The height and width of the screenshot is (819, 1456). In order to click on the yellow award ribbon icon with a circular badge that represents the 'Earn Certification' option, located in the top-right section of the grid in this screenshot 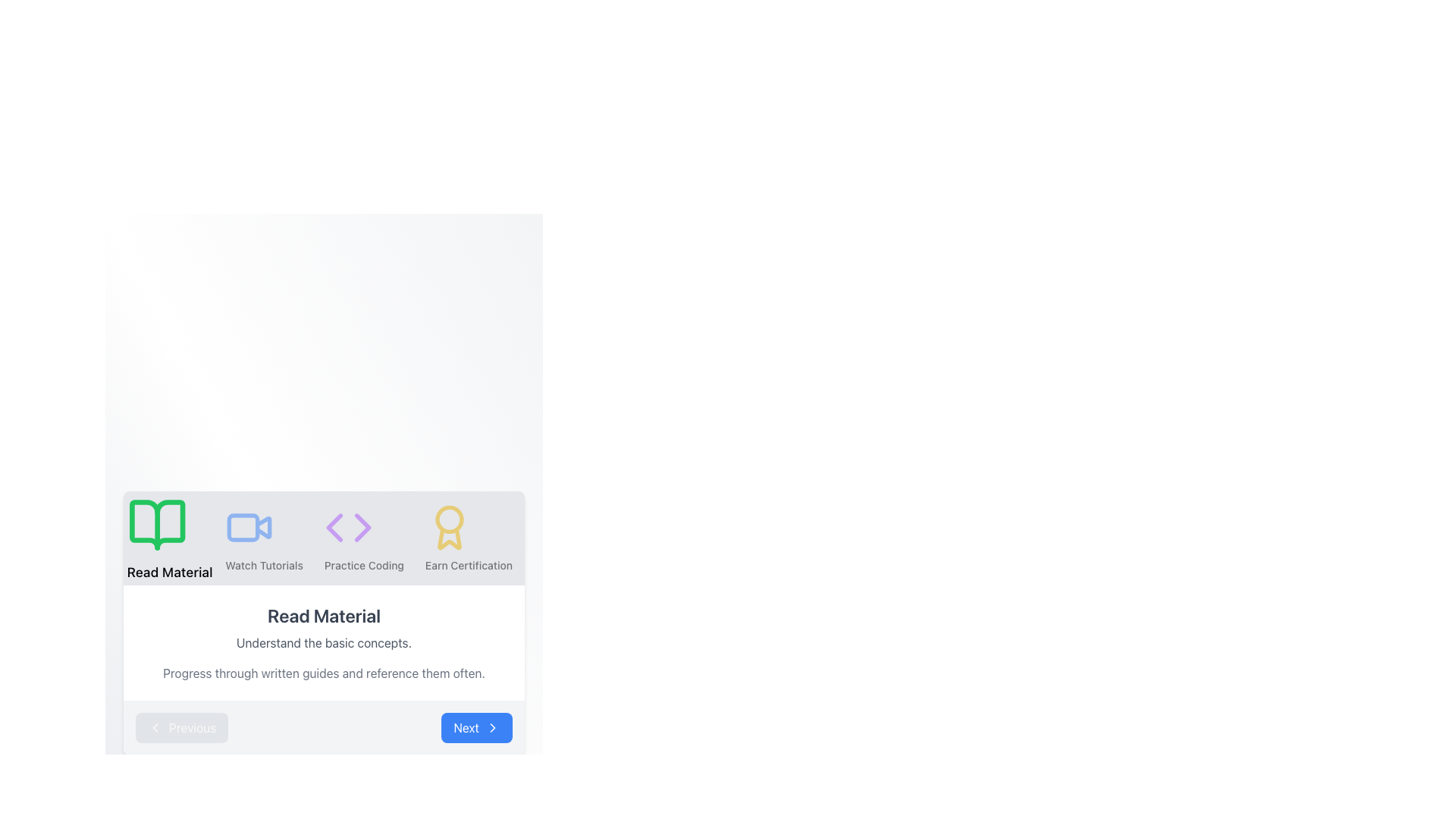, I will do `click(448, 526)`.